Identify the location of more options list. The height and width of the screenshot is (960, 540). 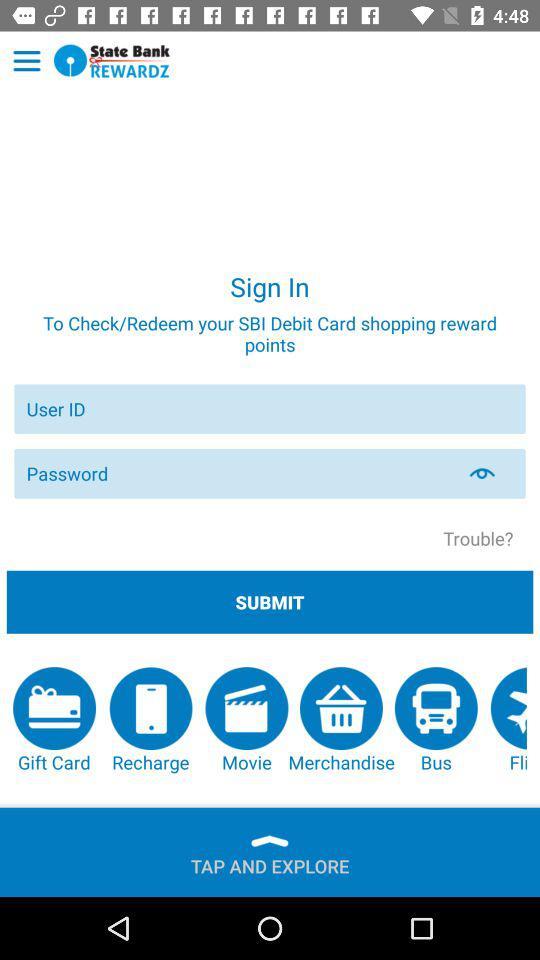
(26, 61).